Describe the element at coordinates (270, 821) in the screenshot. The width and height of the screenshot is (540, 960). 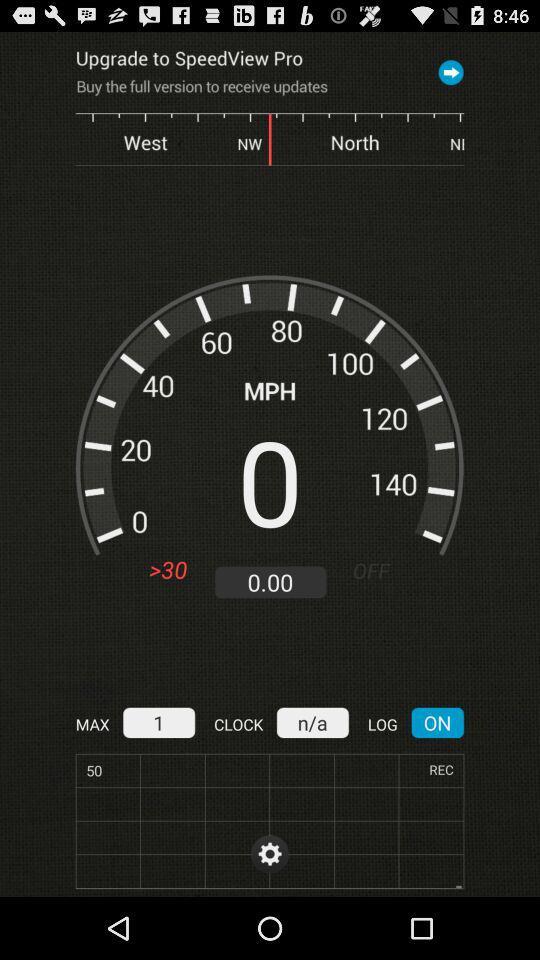
I see `the icon below 1 app` at that location.